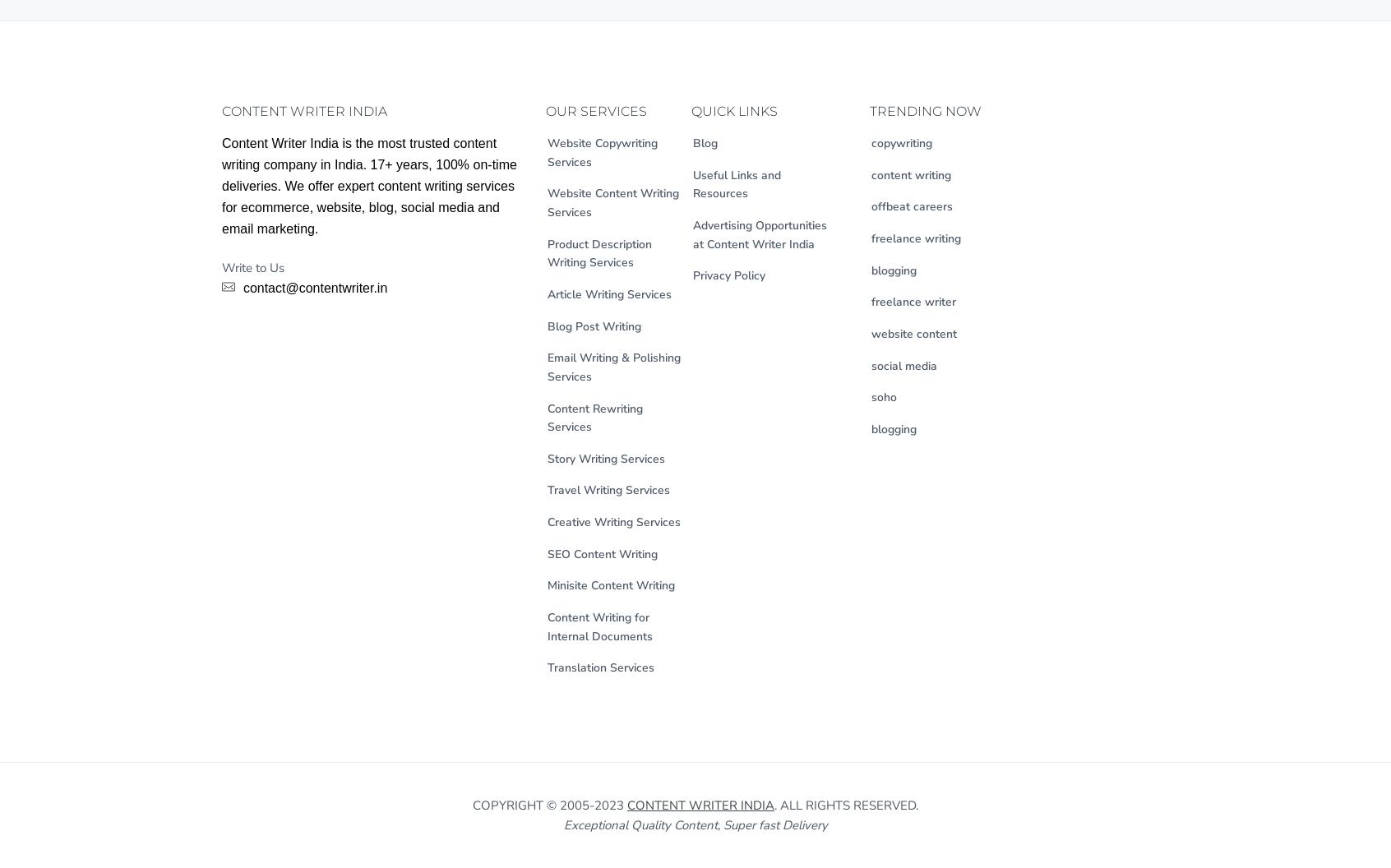 The height and width of the screenshot is (868, 1391). What do you see at coordinates (692, 143) in the screenshot?
I see `'Blog'` at bounding box center [692, 143].